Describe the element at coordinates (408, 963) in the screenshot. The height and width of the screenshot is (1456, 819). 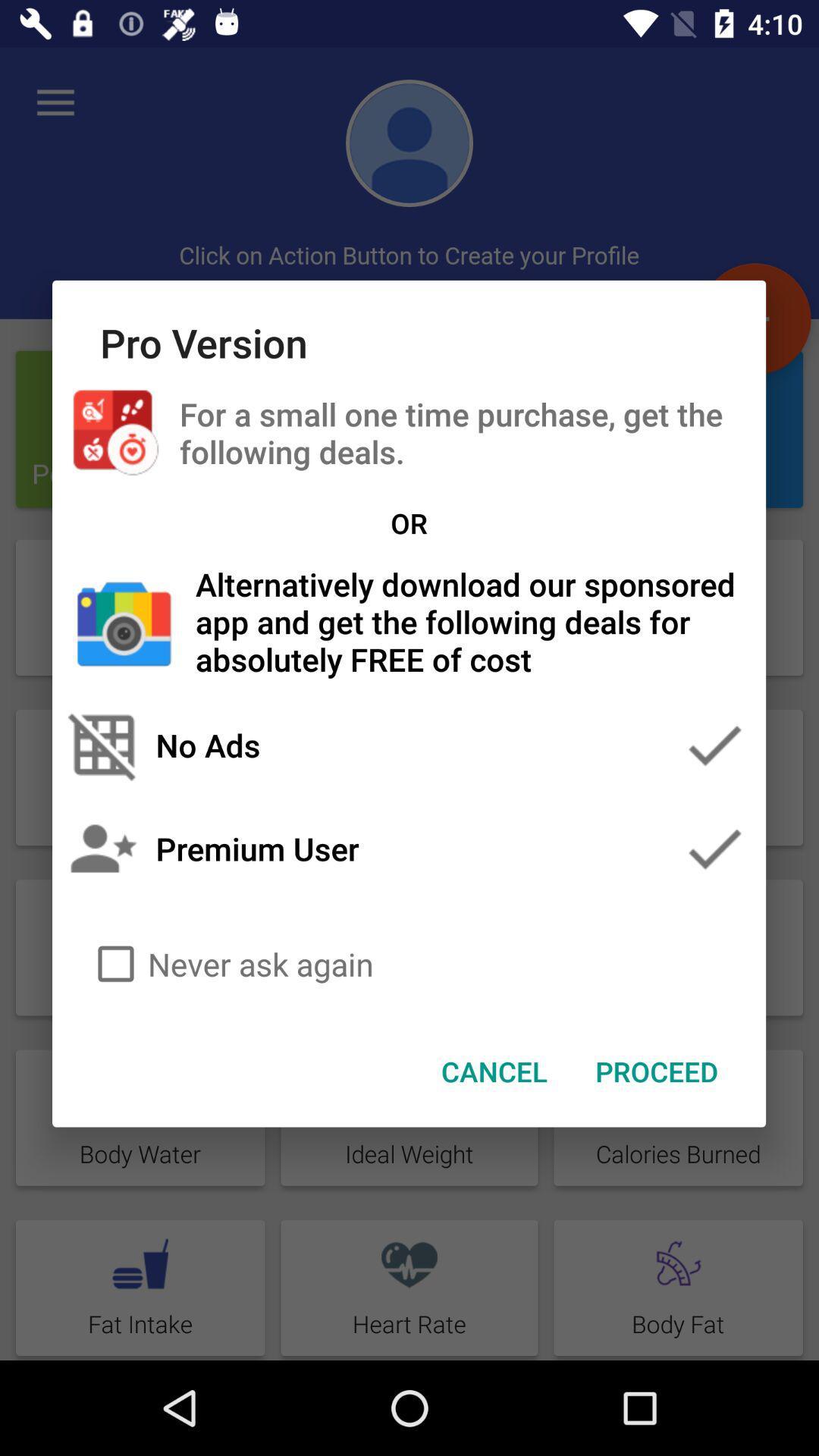
I see `the icon above cancel item` at that location.